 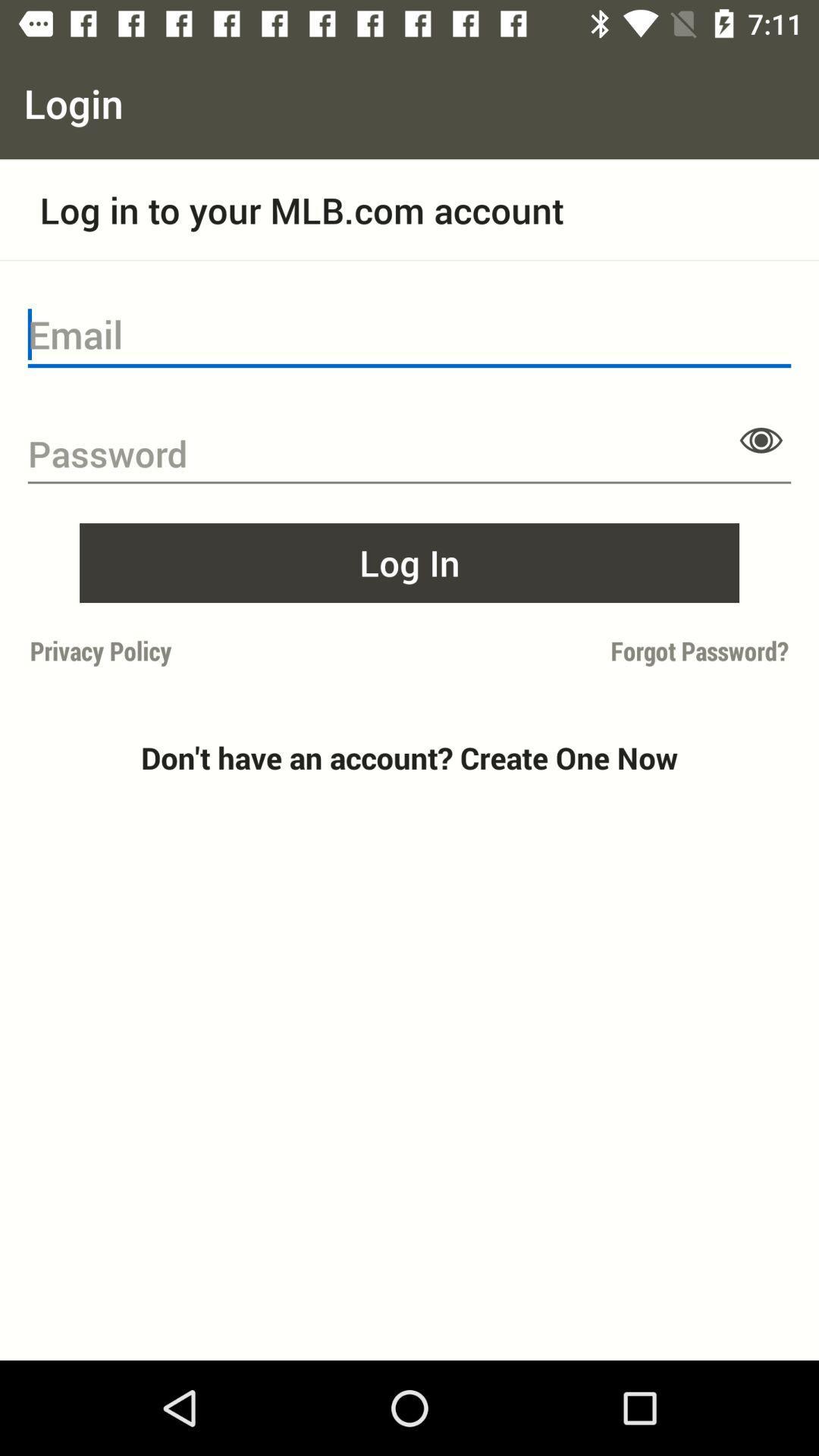 What do you see at coordinates (409, 453) in the screenshot?
I see `password` at bounding box center [409, 453].